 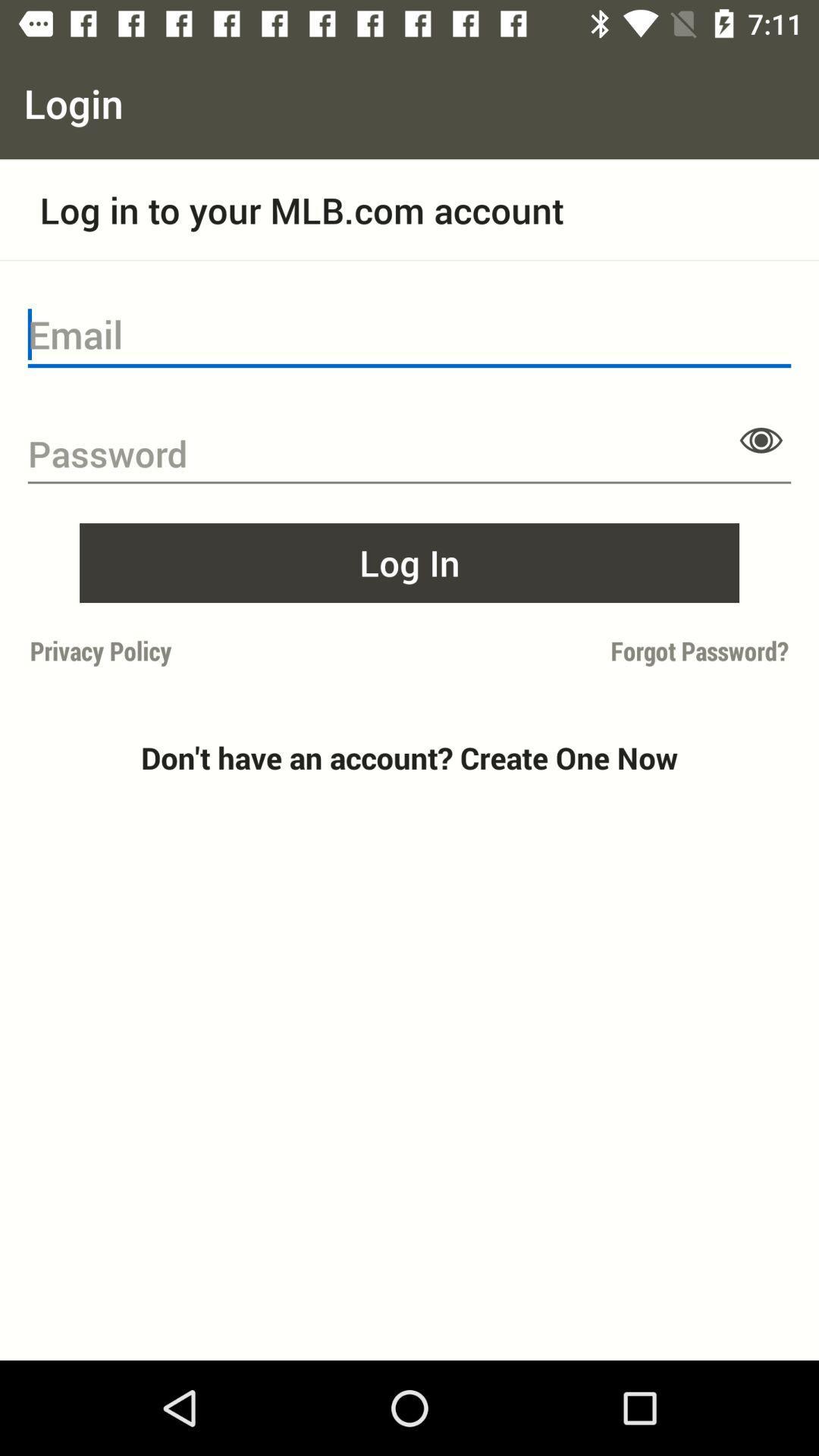 What do you see at coordinates (409, 453) in the screenshot?
I see `password` at bounding box center [409, 453].